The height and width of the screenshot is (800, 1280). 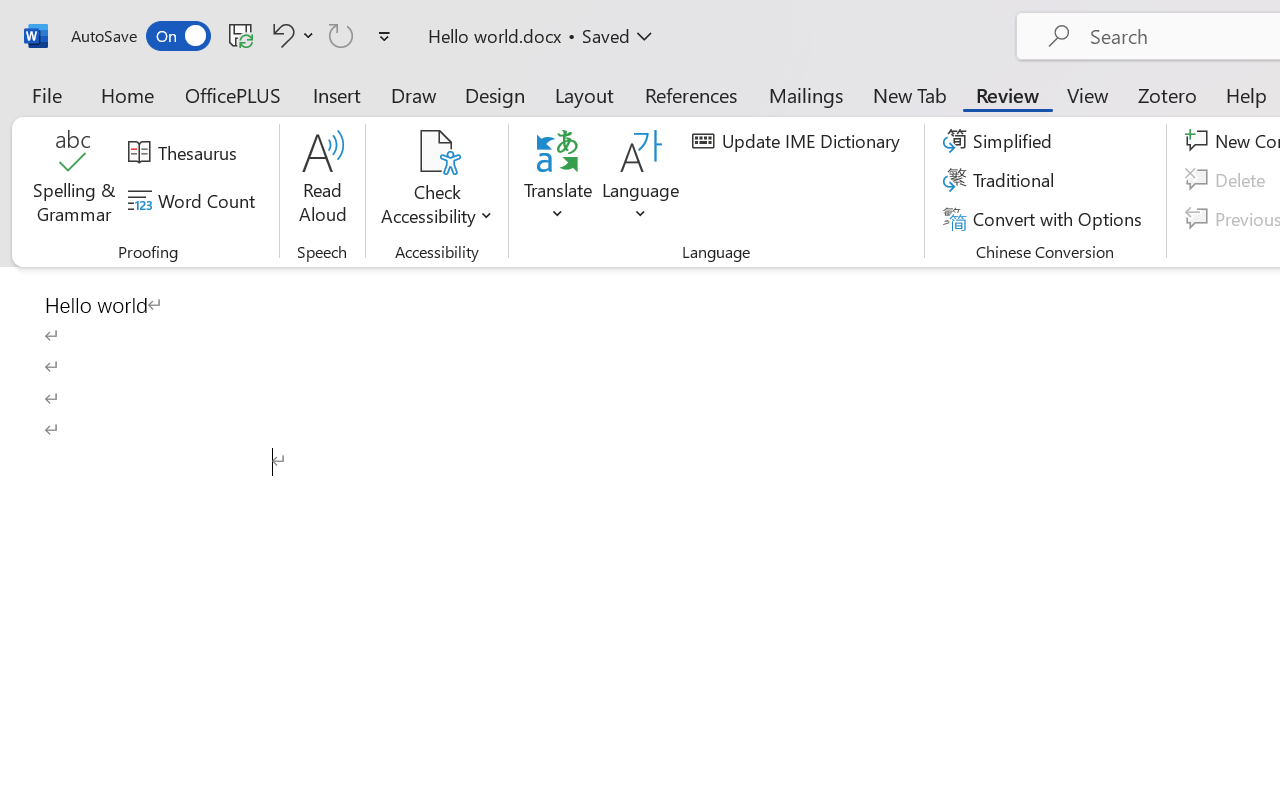 What do you see at coordinates (279, 34) in the screenshot?
I see `'Undo Click and Type Formatting'` at bounding box center [279, 34].